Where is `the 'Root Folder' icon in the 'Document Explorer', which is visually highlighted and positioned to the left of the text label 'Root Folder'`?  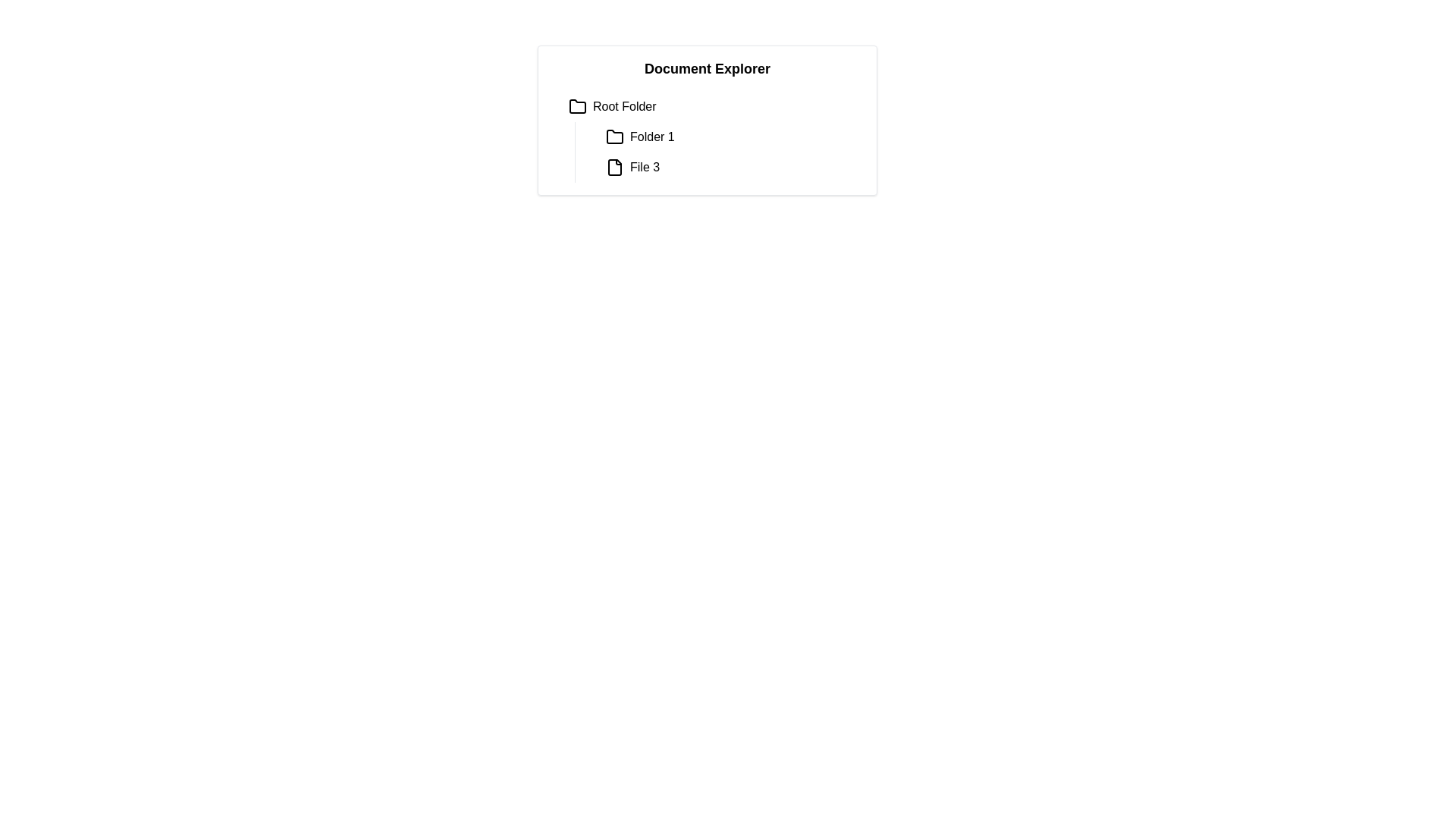 the 'Root Folder' icon in the 'Document Explorer', which is visually highlighted and positioned to the left of the text label 'Root Folder' is located at coordinates (577, 106).